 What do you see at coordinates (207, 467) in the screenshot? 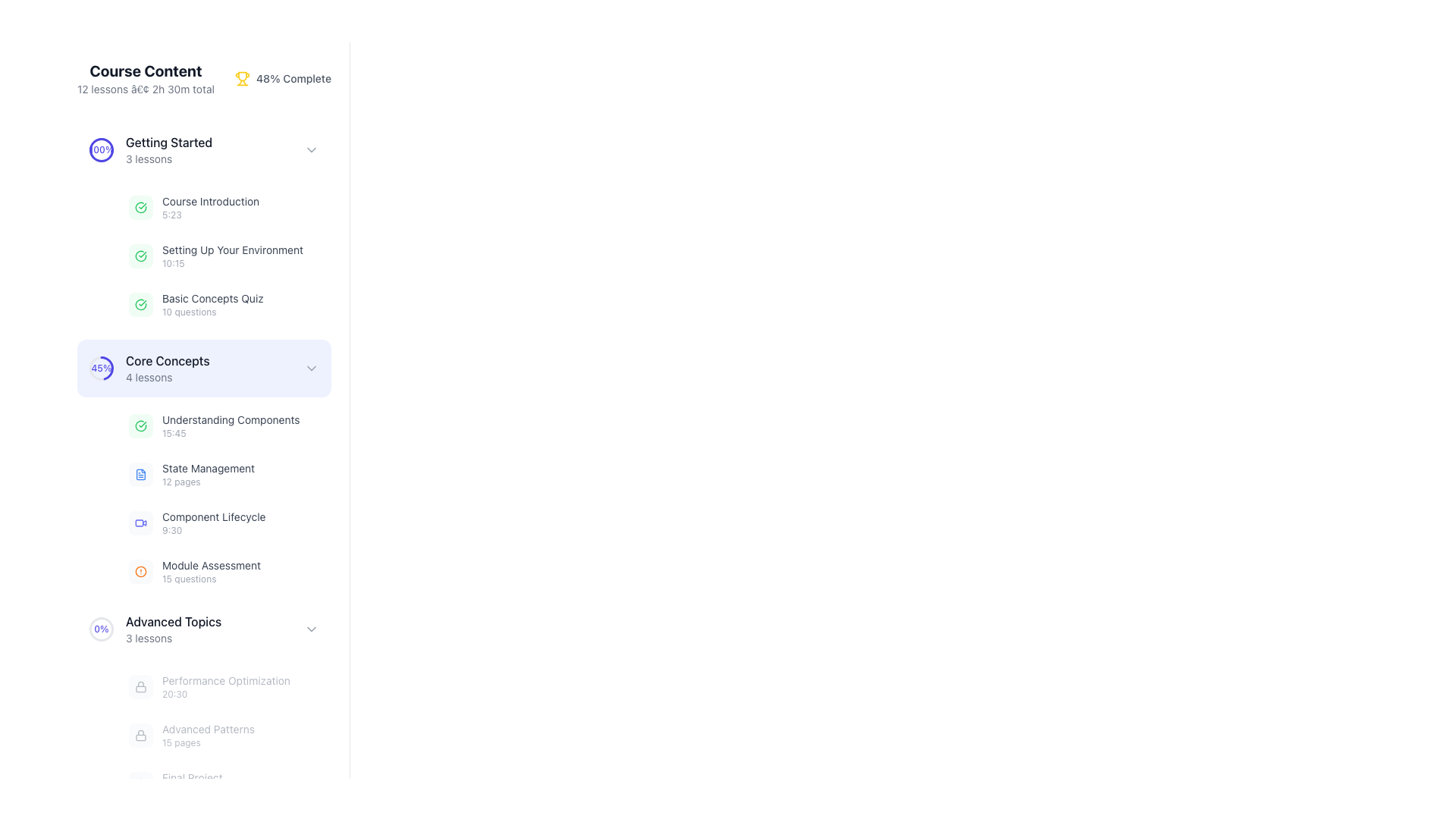
I see `the text label for the course lesson titled 'State Management', located as the second main item under the 'Core Concepts' section` at bounding box center [207, 467].